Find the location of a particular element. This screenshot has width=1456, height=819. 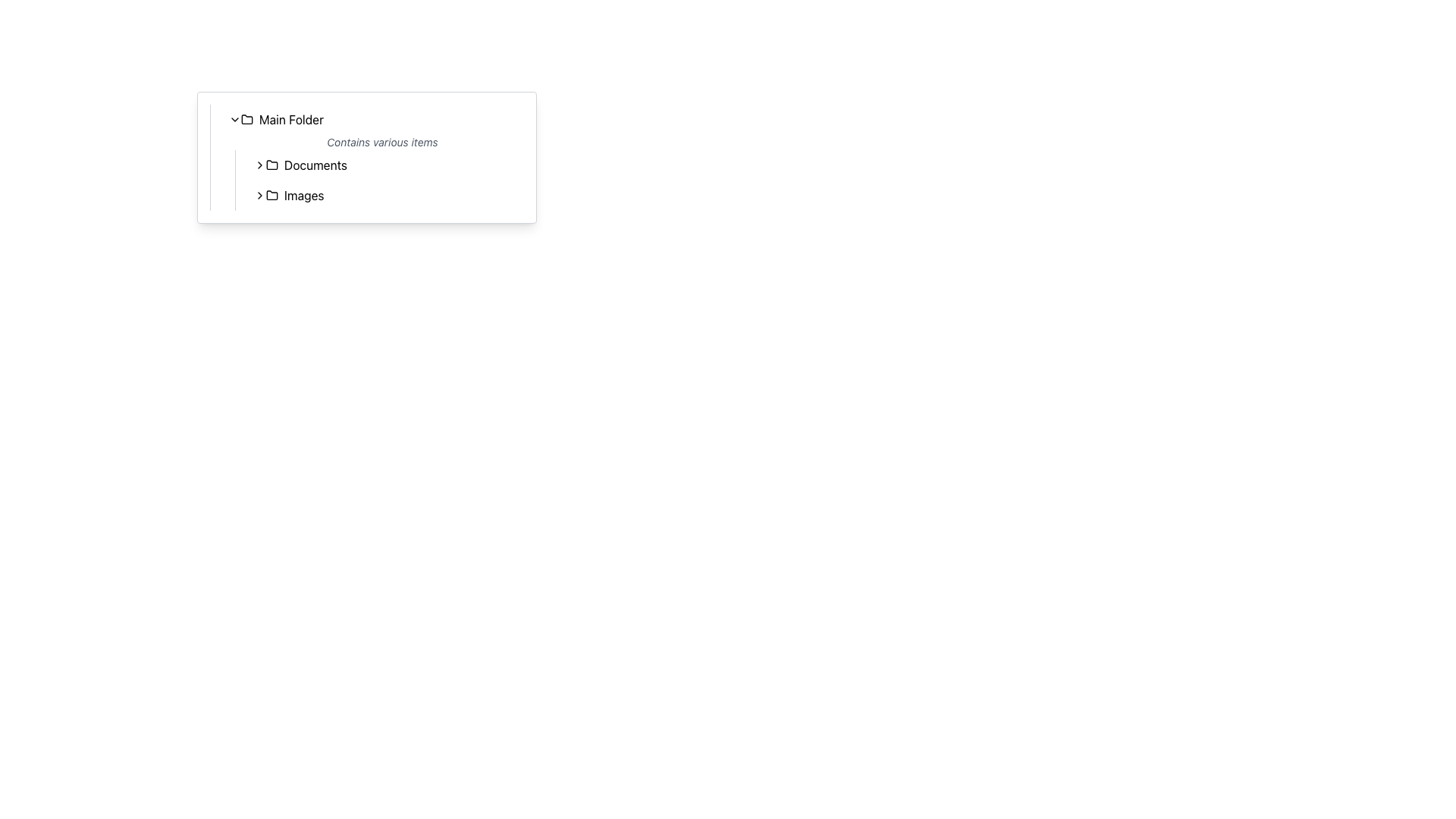

the text label reading 'Main Folder' is located at coordinates (291, 119).